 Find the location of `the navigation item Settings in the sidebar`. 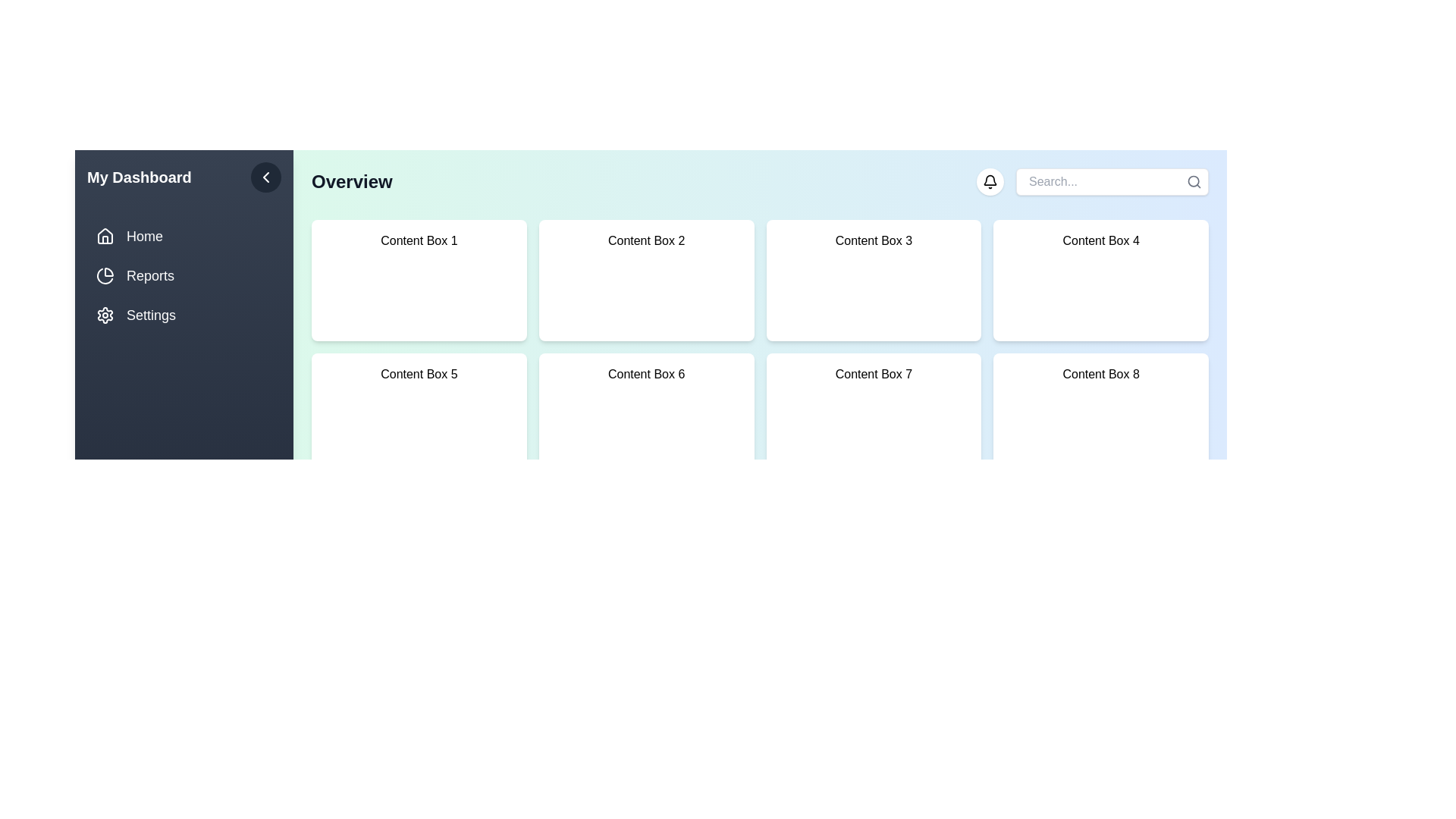

the navigation item Settings in the sidebar is located at coordinates (184, 315).